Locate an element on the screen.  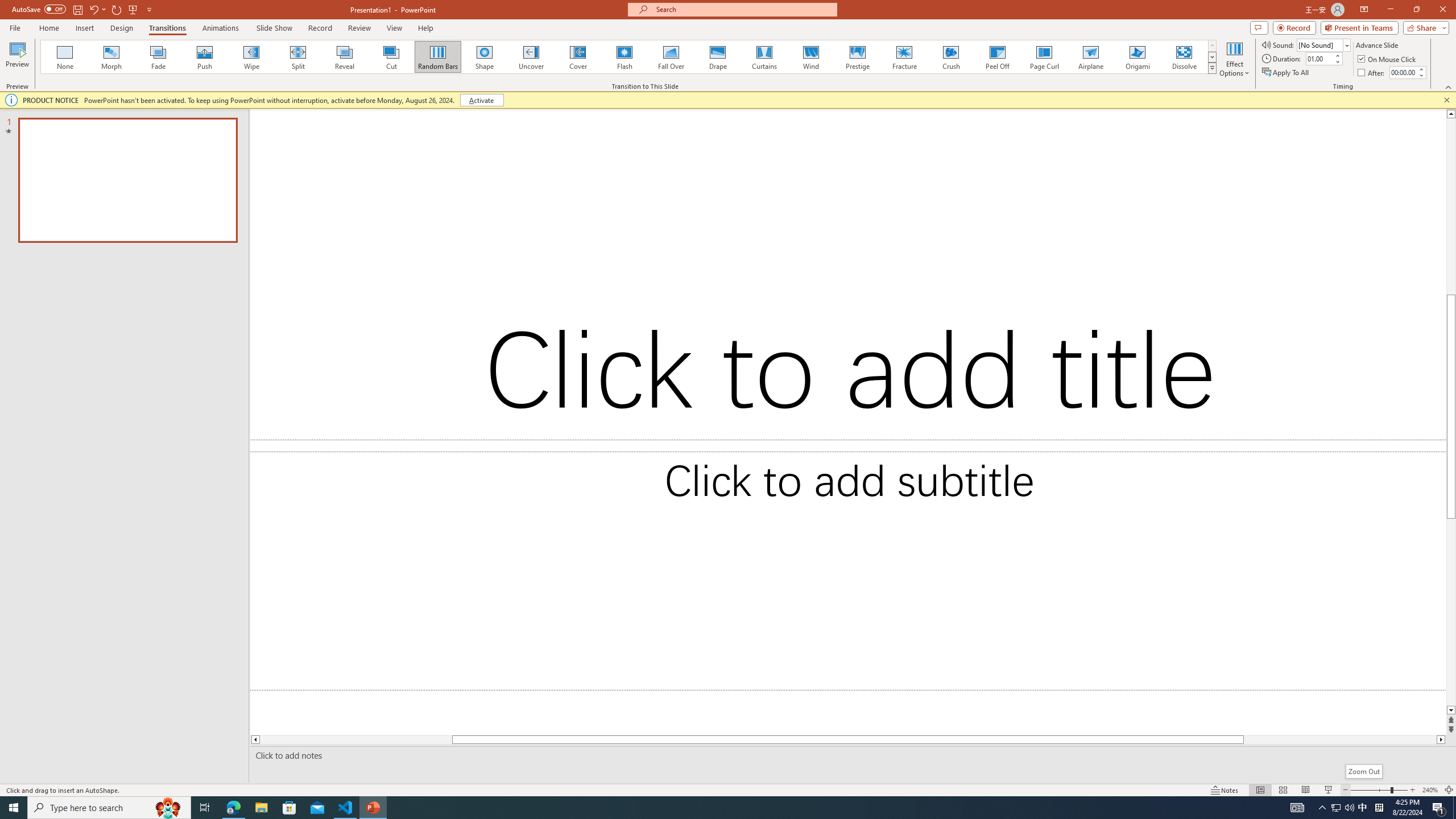
'Peel Off' is located at coordinates (996, 56).